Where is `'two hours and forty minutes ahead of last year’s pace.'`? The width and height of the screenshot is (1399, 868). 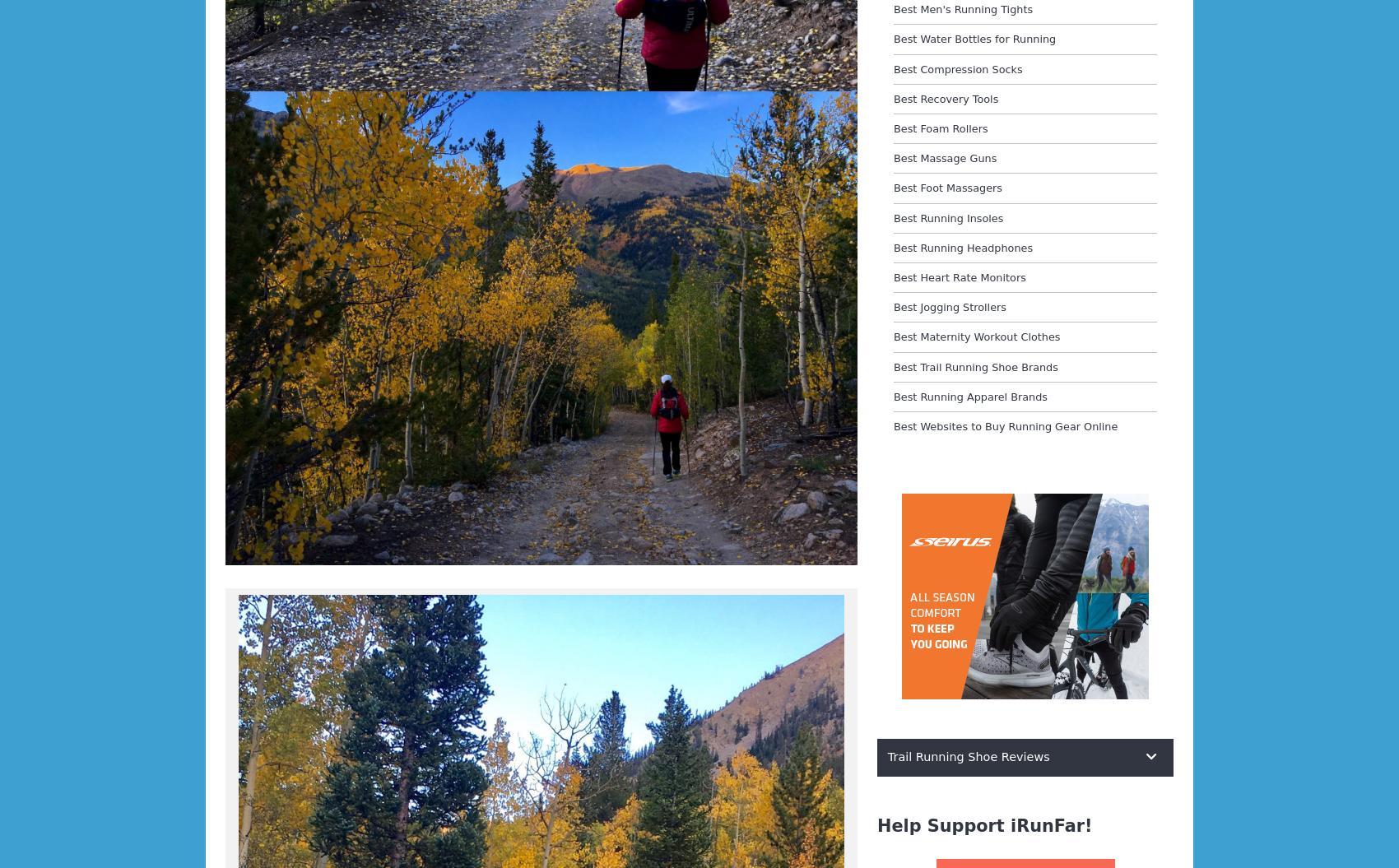 'two hours and forty minutes ahead of last year’s pace.' is located at coordinates (437, 169).